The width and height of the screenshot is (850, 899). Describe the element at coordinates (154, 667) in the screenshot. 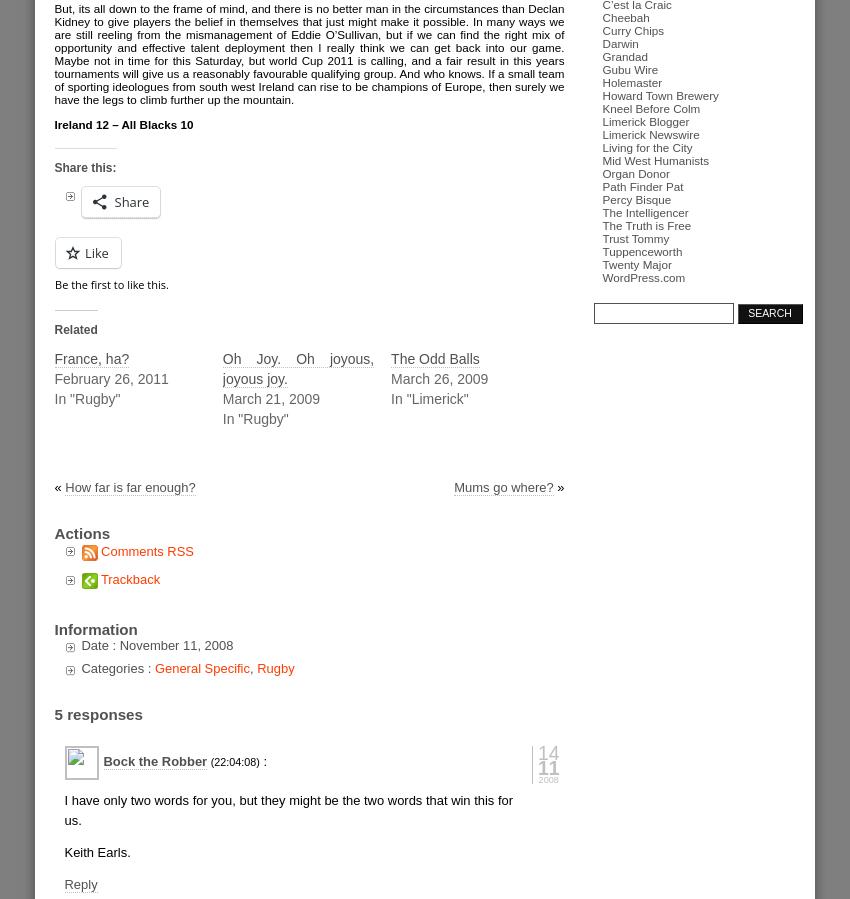

I see `'General Specific'` at that location.